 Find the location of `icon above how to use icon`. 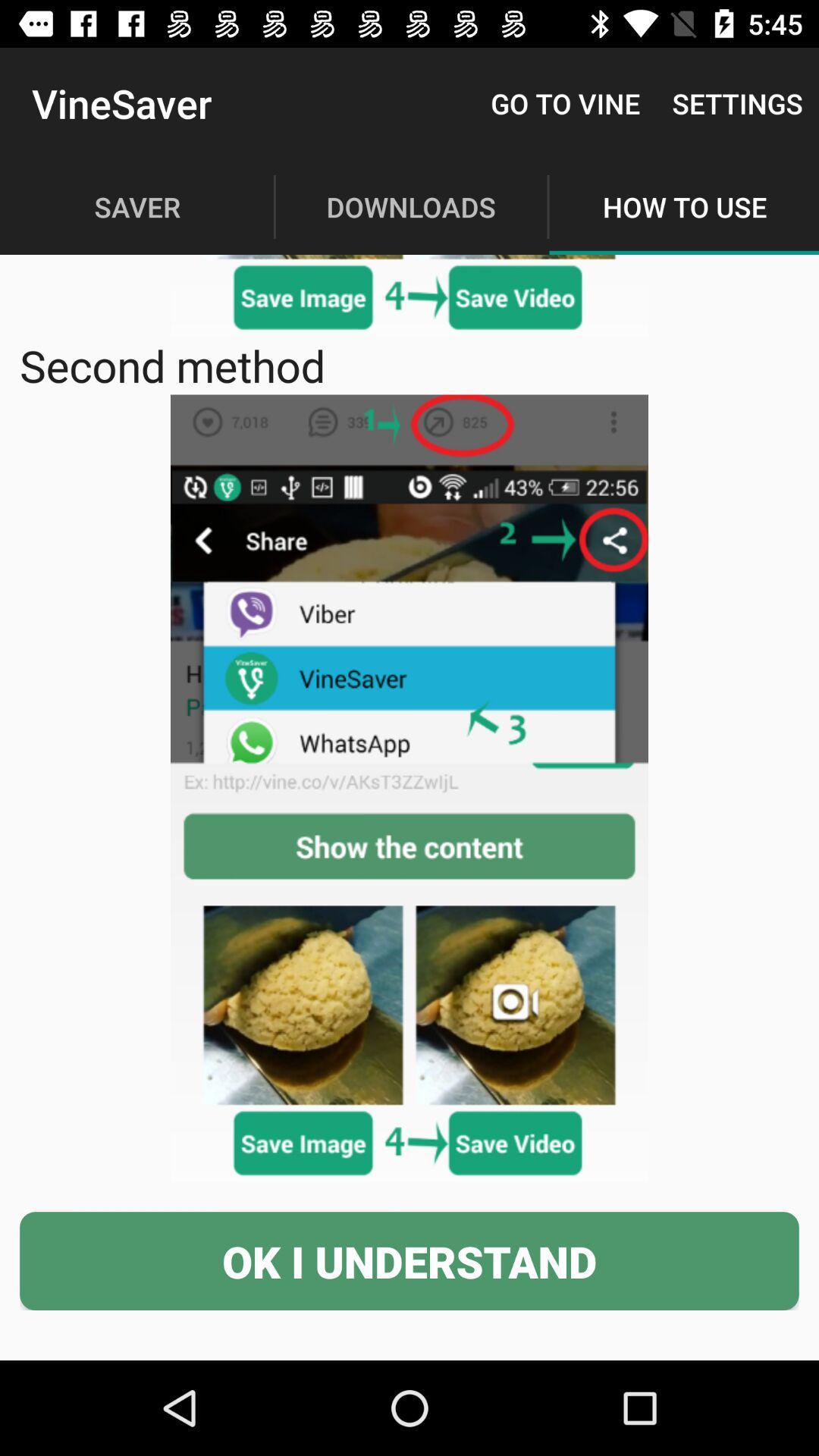

icon above how to use icon is located at coordinates (736, 102).